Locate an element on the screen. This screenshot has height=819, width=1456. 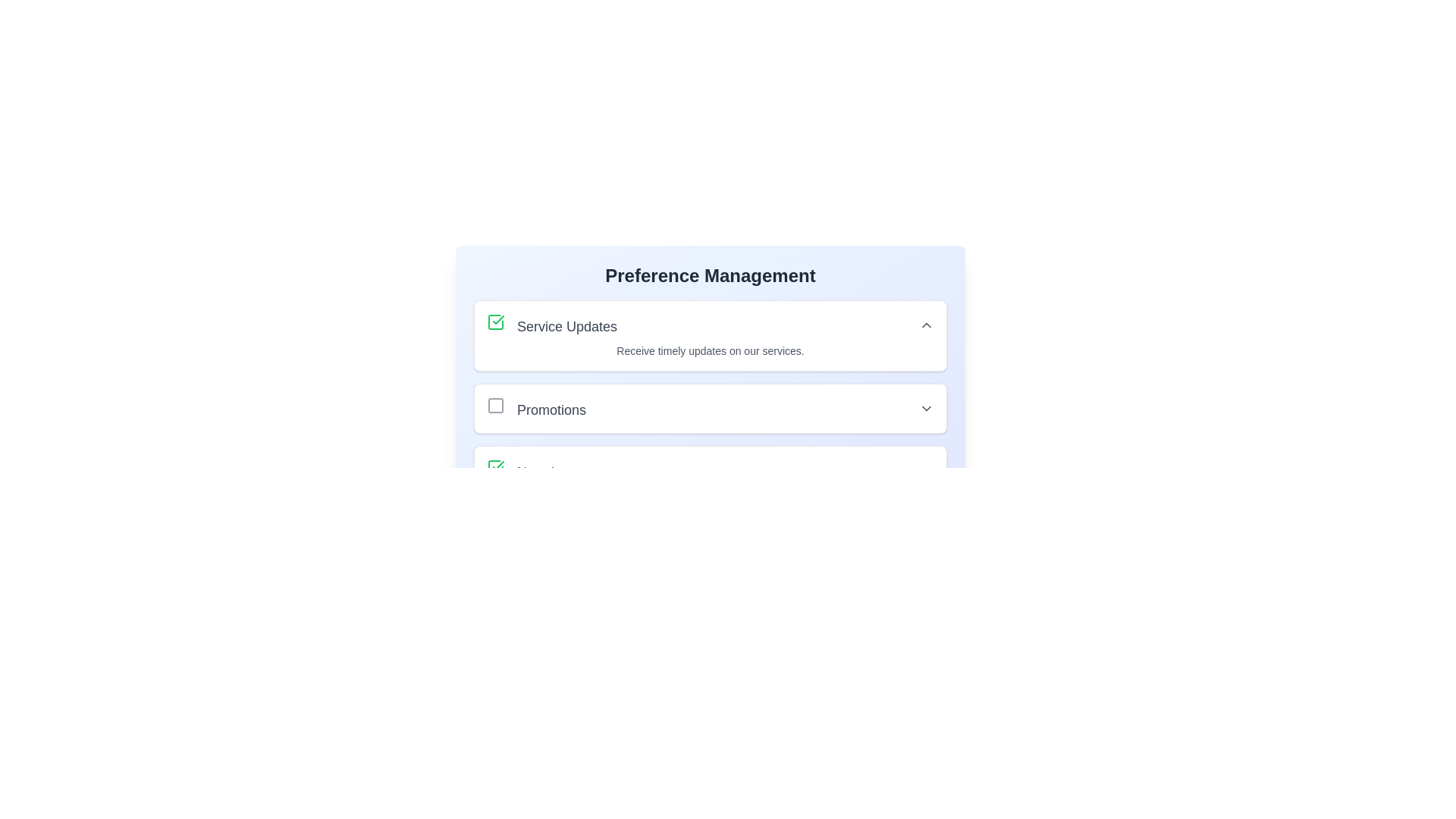
the label that indicates the purpose or category associated with the adjacent checkbox in the 'Preference Management' section is located at coordinates (551, 409).